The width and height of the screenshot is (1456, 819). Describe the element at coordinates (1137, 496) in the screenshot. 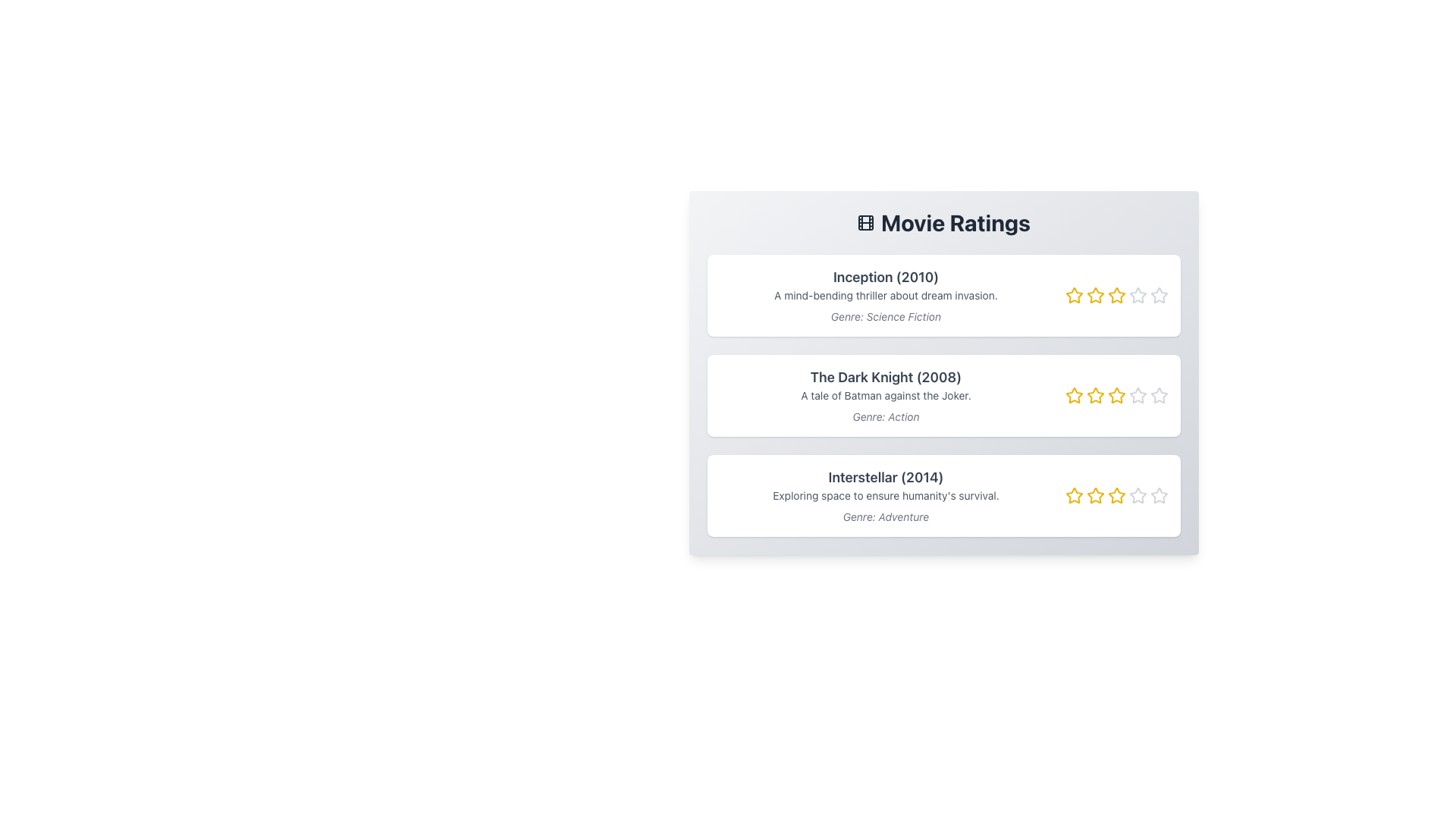

I see `the fifth star icon in the rating row of the 'Interstellar (2014)' movie card to rate it` at that location.